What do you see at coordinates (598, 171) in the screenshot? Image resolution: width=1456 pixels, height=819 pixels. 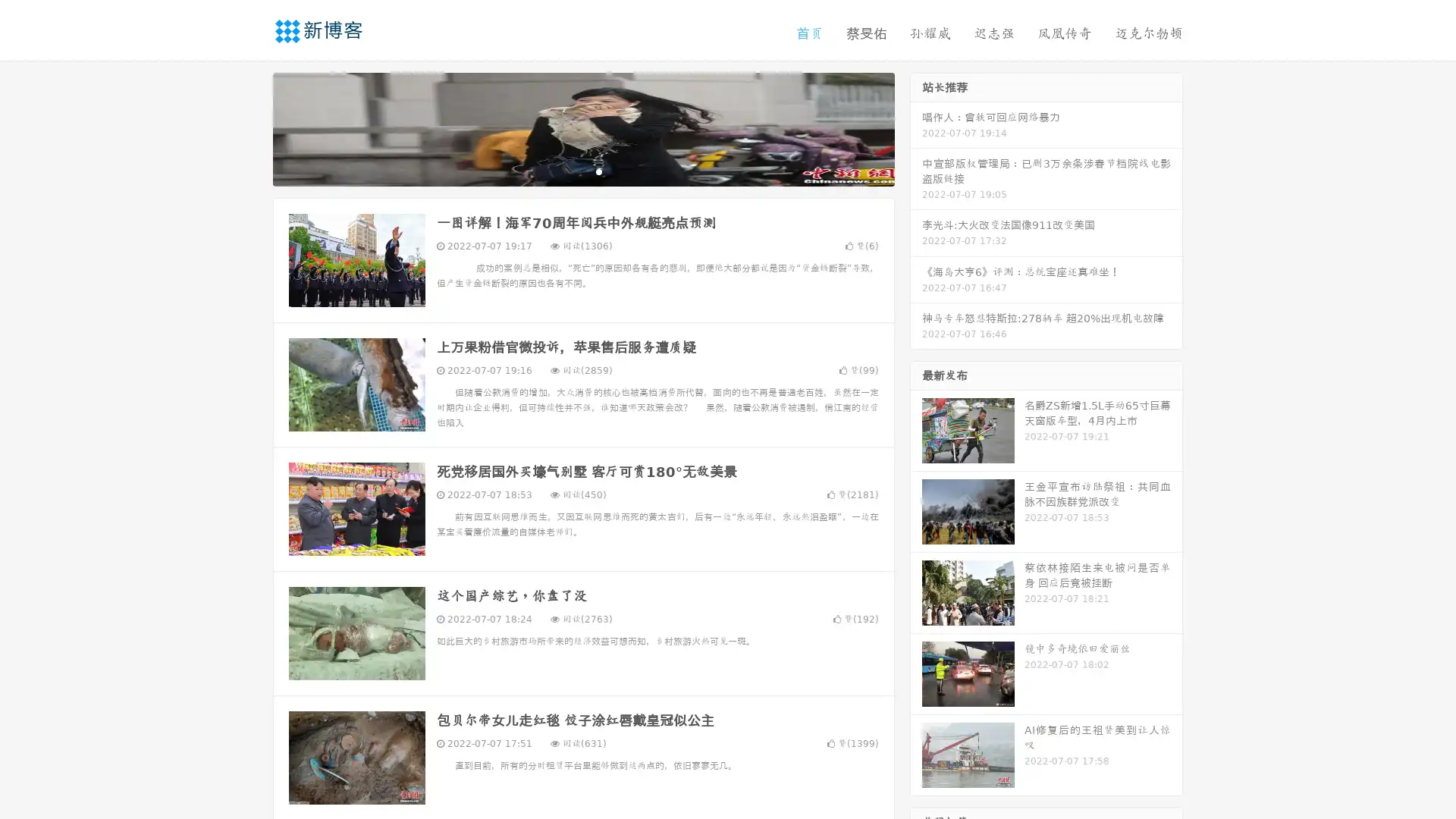 I see `Go to slide 3` at bounding box center [598, 171].